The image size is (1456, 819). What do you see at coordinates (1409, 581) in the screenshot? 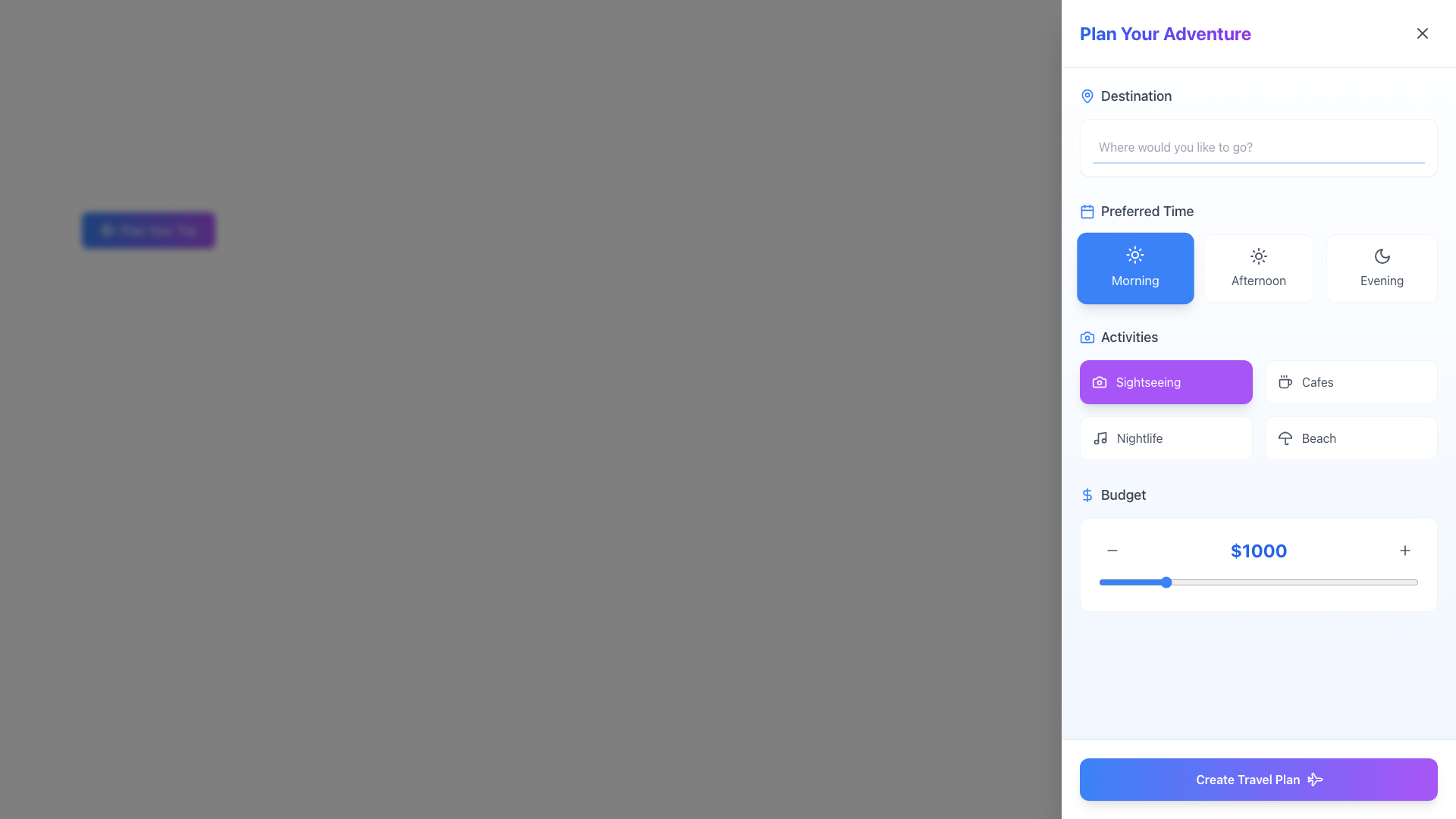
I see `the budget value` at bounding box center [1409, 581].